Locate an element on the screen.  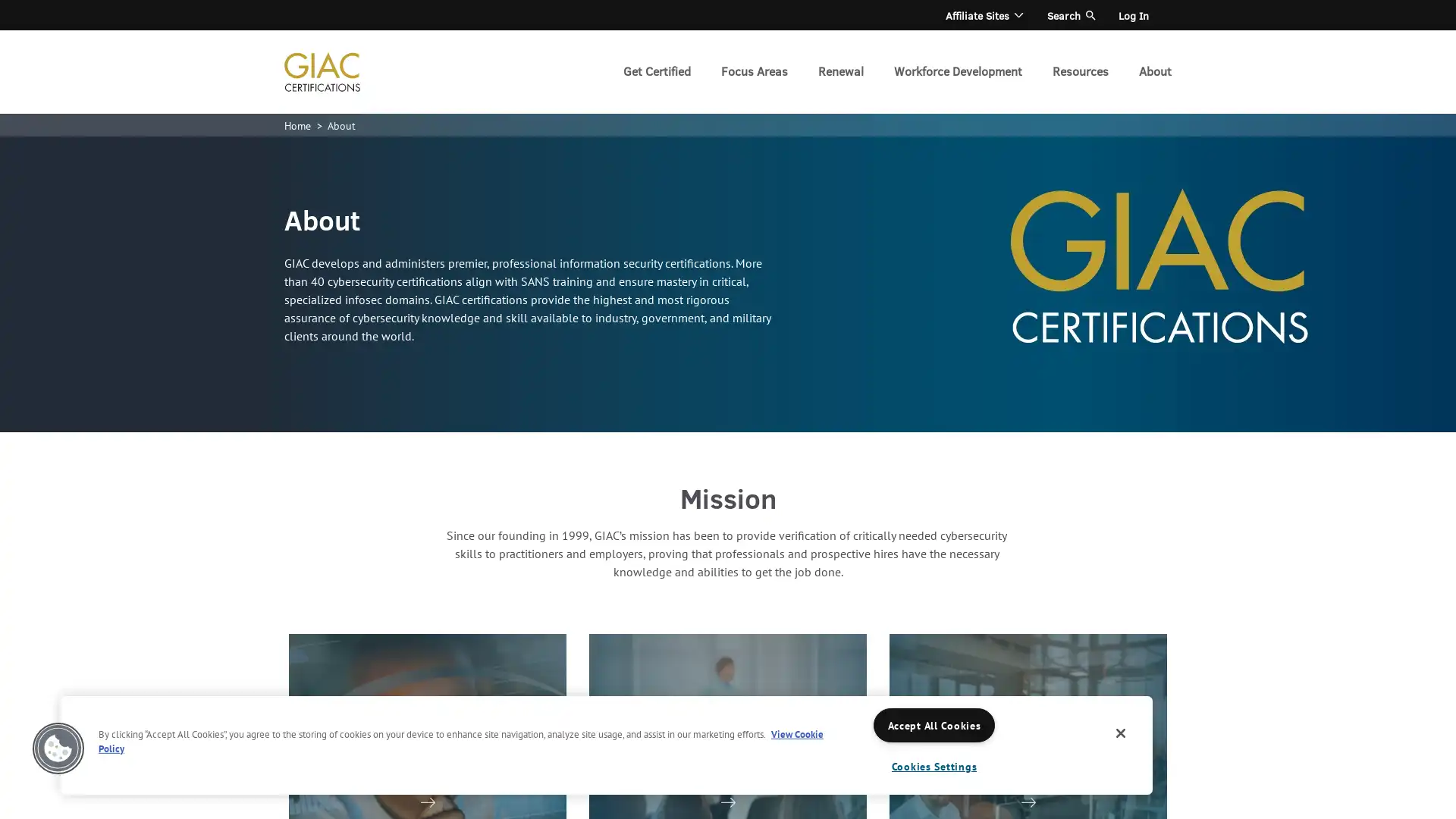
Cookies Settings is located at coordinates (934, 766).